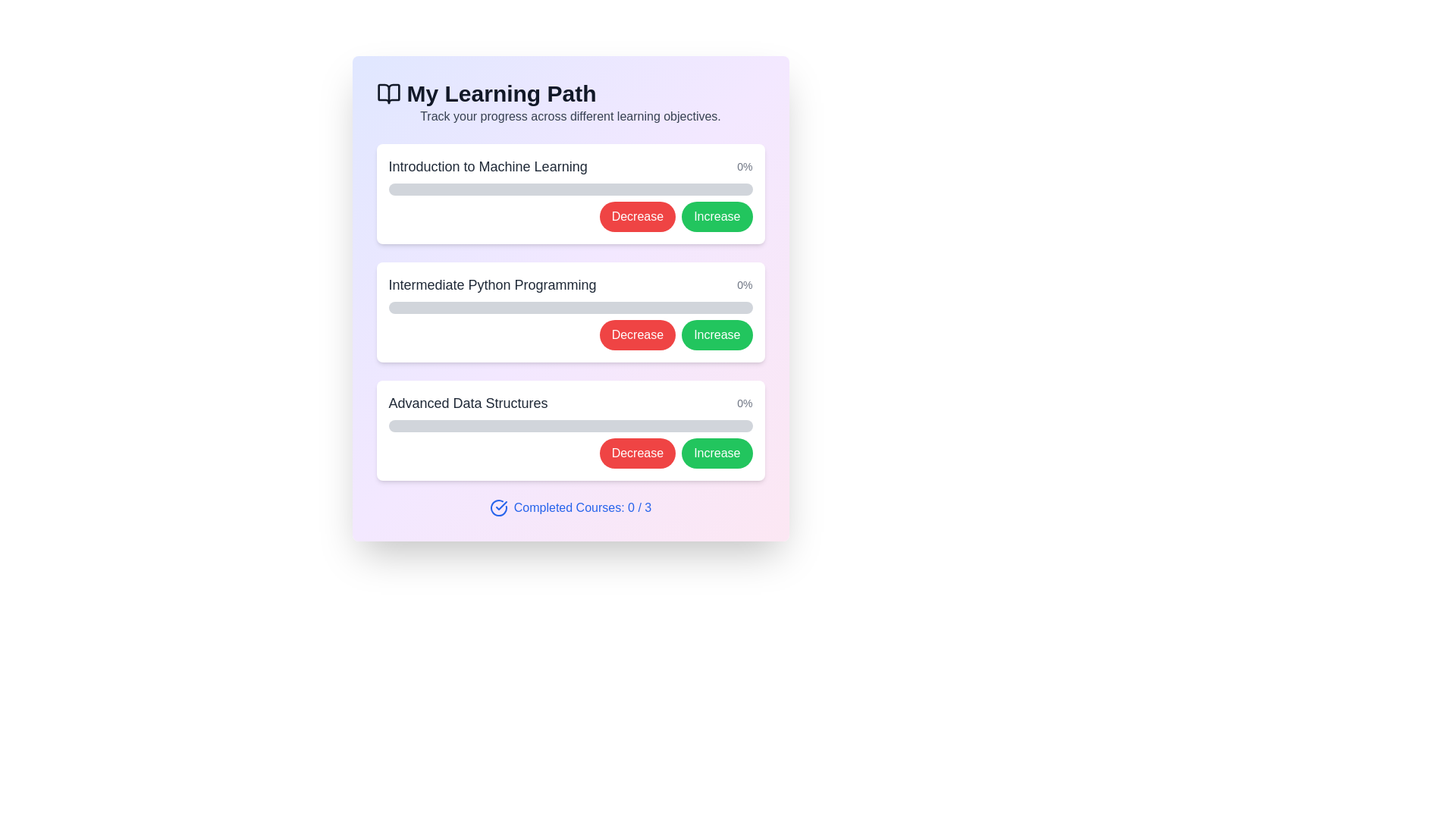 This screenshot has height=819, width=1456. What do you see at coordinates (570, 312) in the screenshot?
I see `the progress bar of the 'Intermediate Python Programming' module` at bounding box center [570, 312].